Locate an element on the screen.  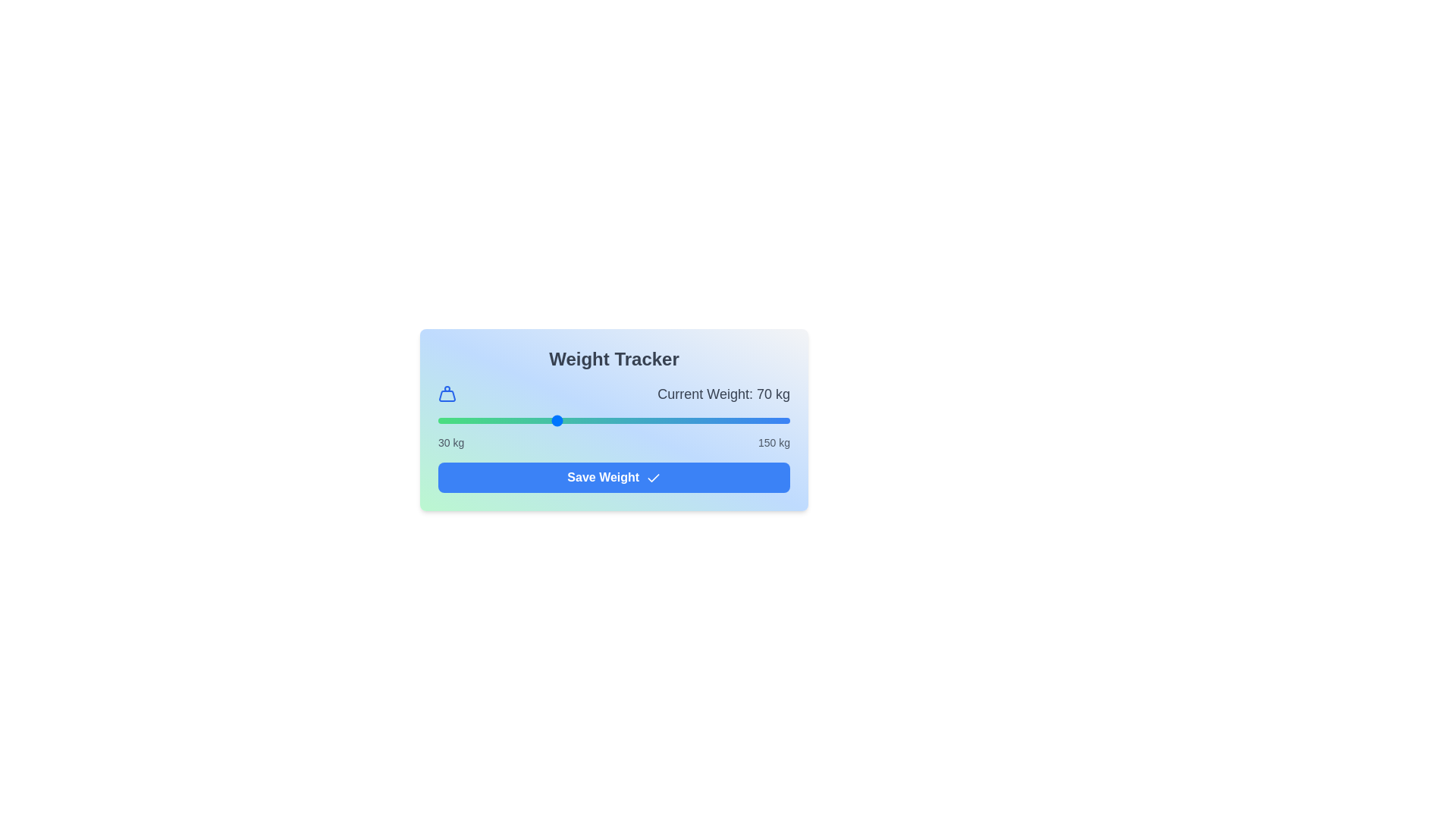
the weight slider to 45 kg is located at coordinates (481, 421).